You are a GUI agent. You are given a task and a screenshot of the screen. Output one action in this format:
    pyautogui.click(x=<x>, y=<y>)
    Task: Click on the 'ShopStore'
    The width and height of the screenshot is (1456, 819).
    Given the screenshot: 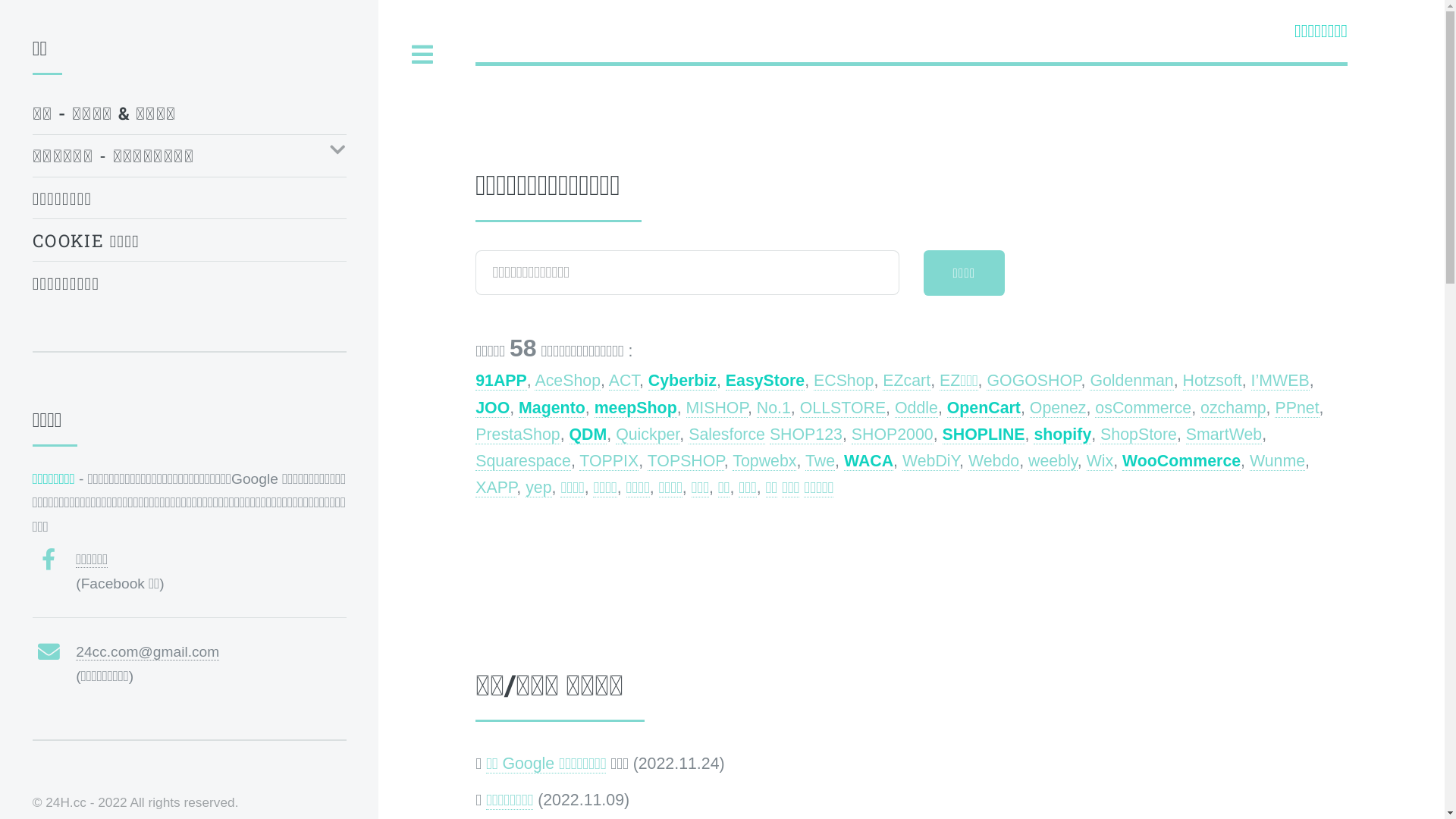 What is the action you would take?
    pyautogui.click(x=1138, y=435)
    